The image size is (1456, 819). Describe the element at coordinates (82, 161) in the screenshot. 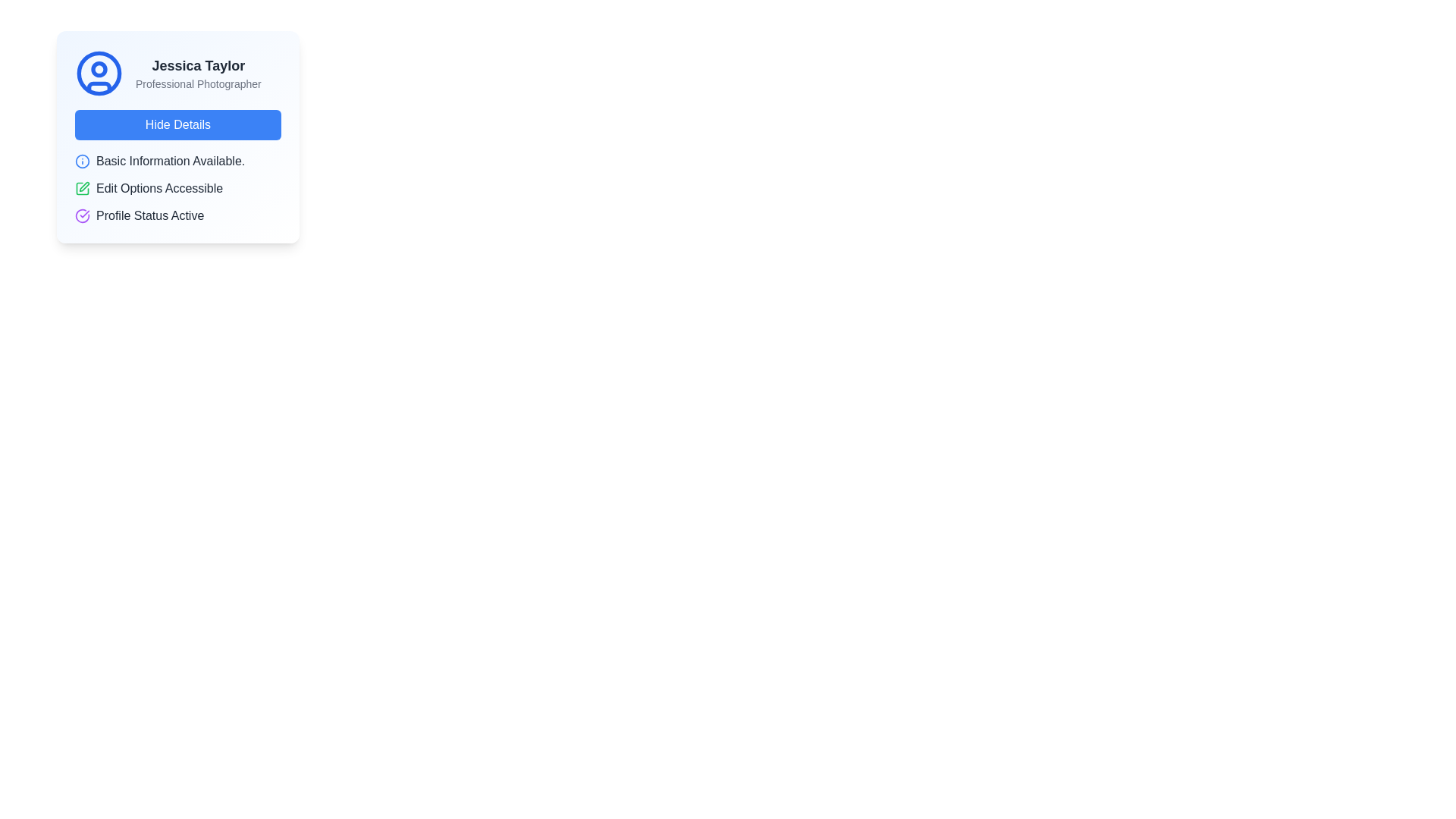

I see `the blue informational SVG circle icon, which has a solid border and is located to the left of the text 'Basic Information Available.'` at that location.